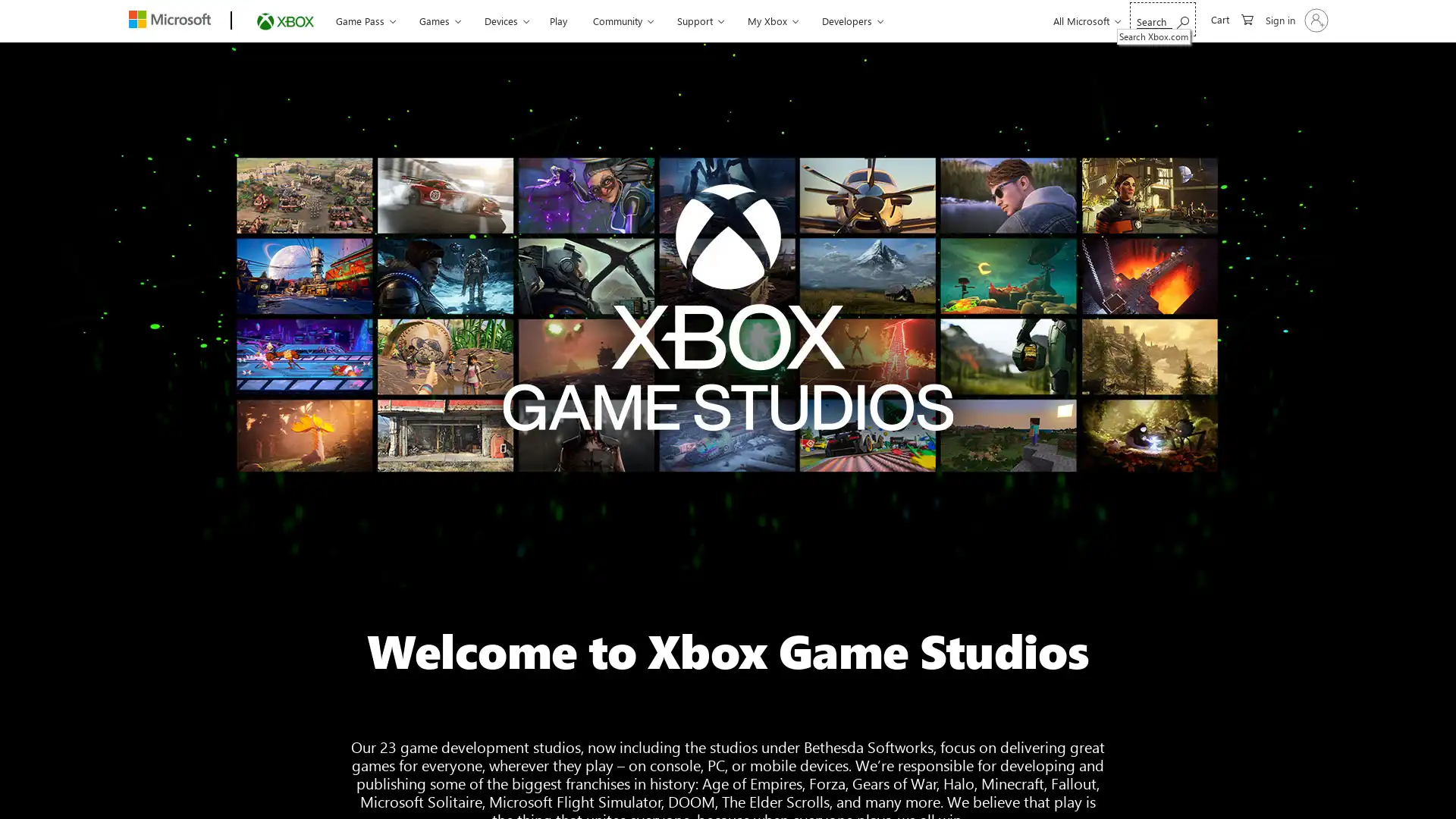 Image resolution: width=1456 pixels, height=819 pixels. I want to click on Games, so click(436, 20).